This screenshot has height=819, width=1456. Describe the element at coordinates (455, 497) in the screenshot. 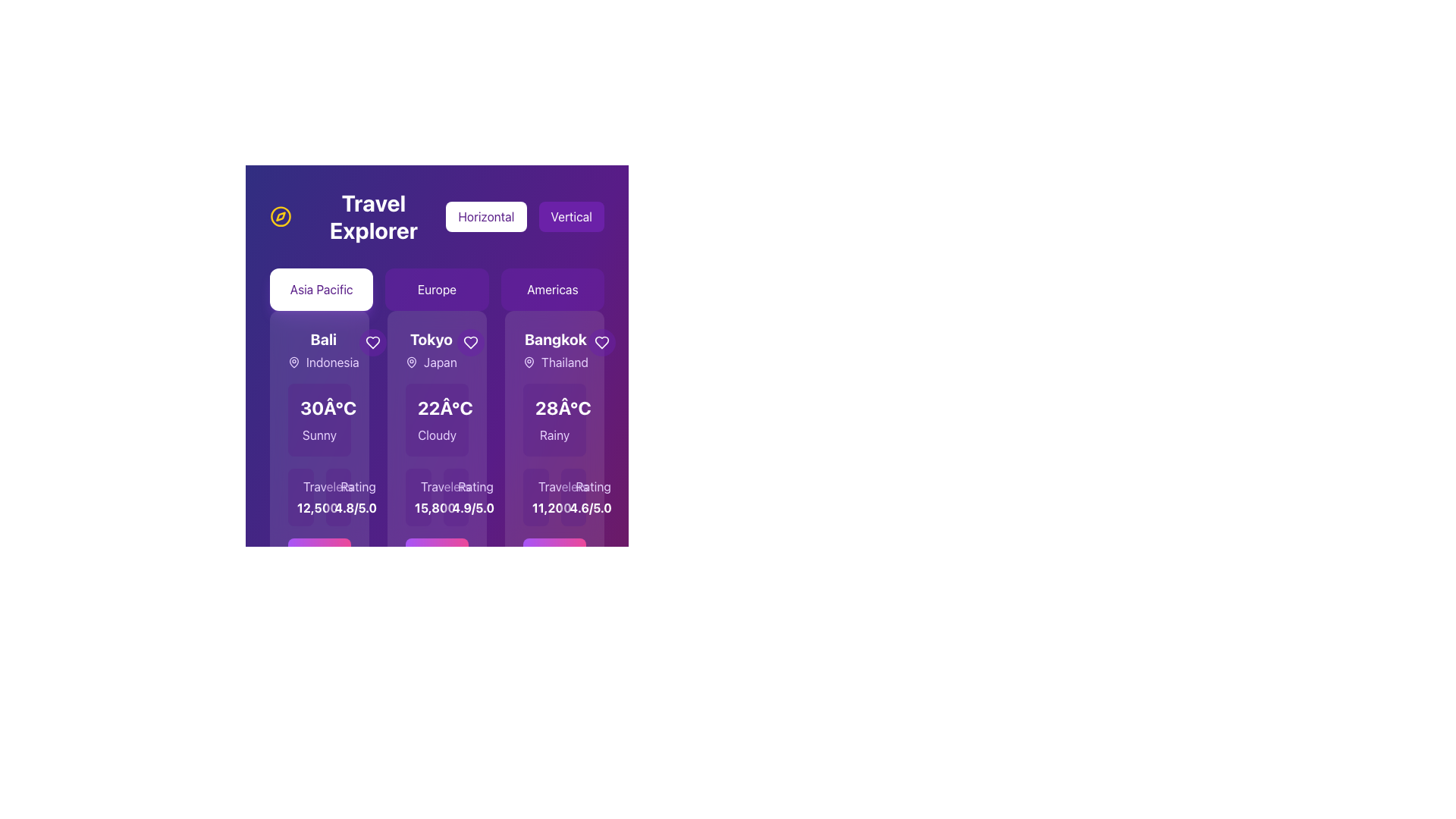

I see `text content of the Information label displaying the rating for Tokyo, located in the second column below the 'Tokyo' entry` at that location.